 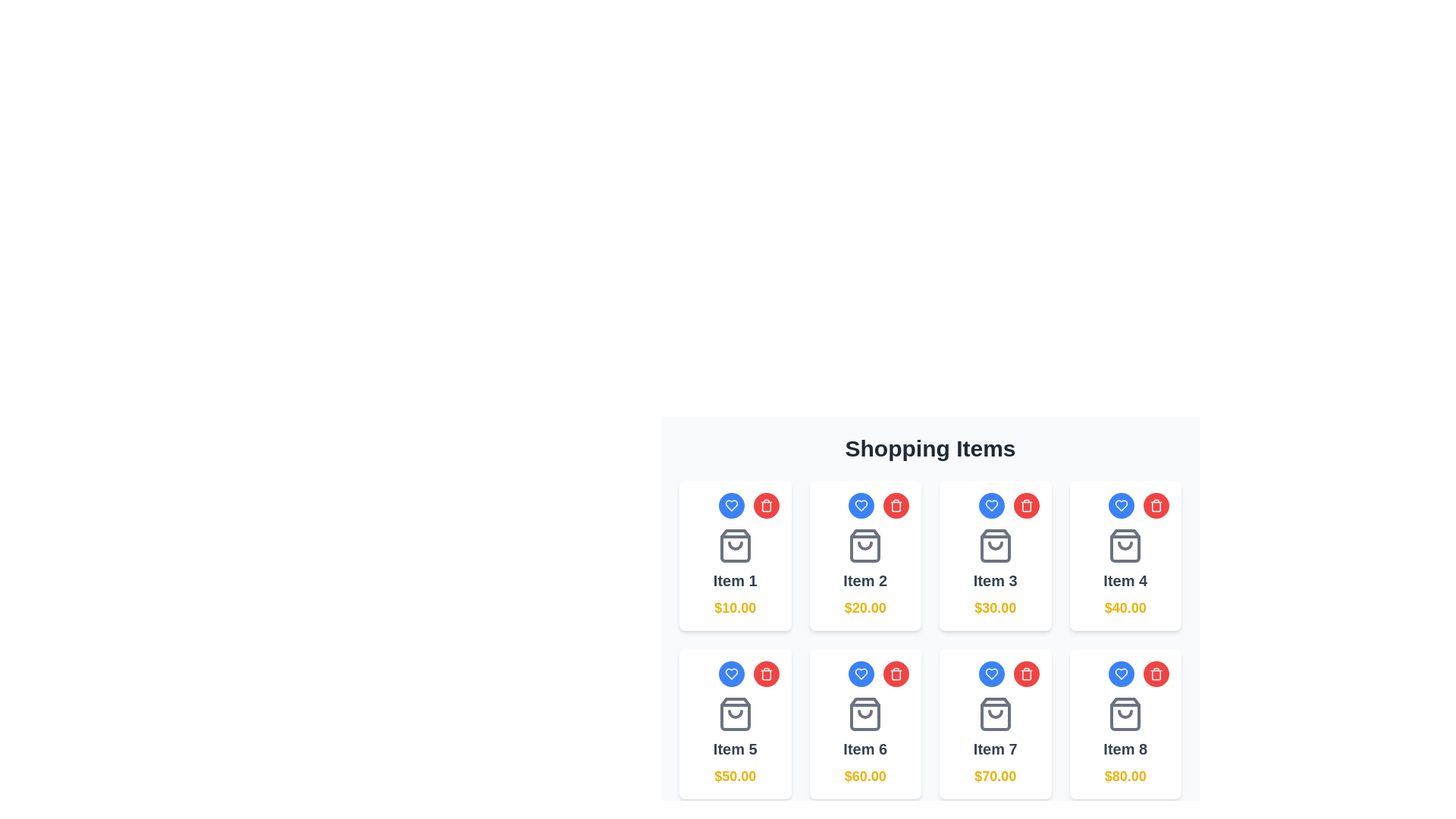 I want to click on the graphical icon component of the shopping bag representing 'Item 5' in the second row, first column of the item grid, so click(x=735, y=714).